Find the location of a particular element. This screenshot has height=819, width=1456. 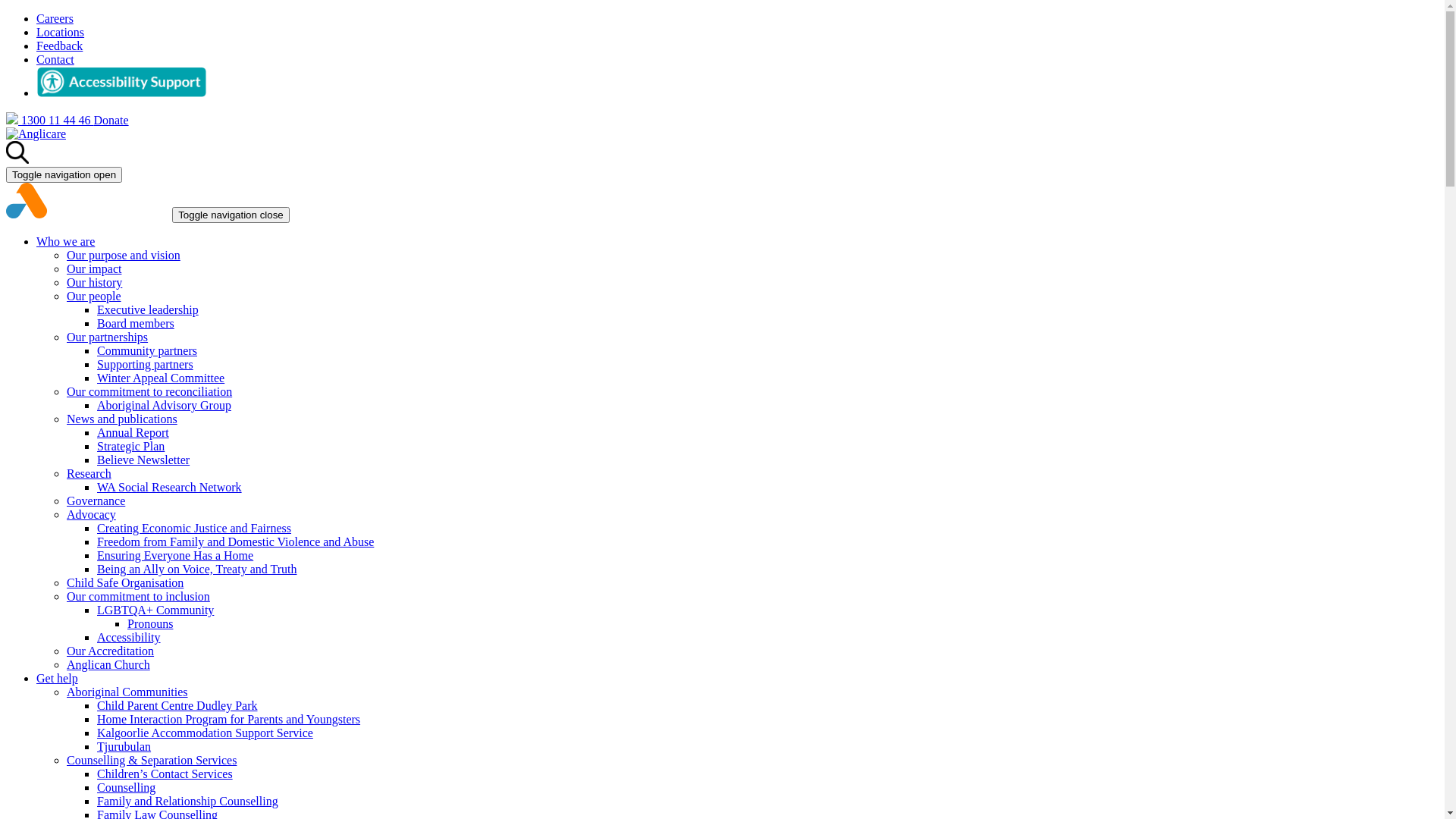

'Strategic Plan' is located at coordinates (130, 445).